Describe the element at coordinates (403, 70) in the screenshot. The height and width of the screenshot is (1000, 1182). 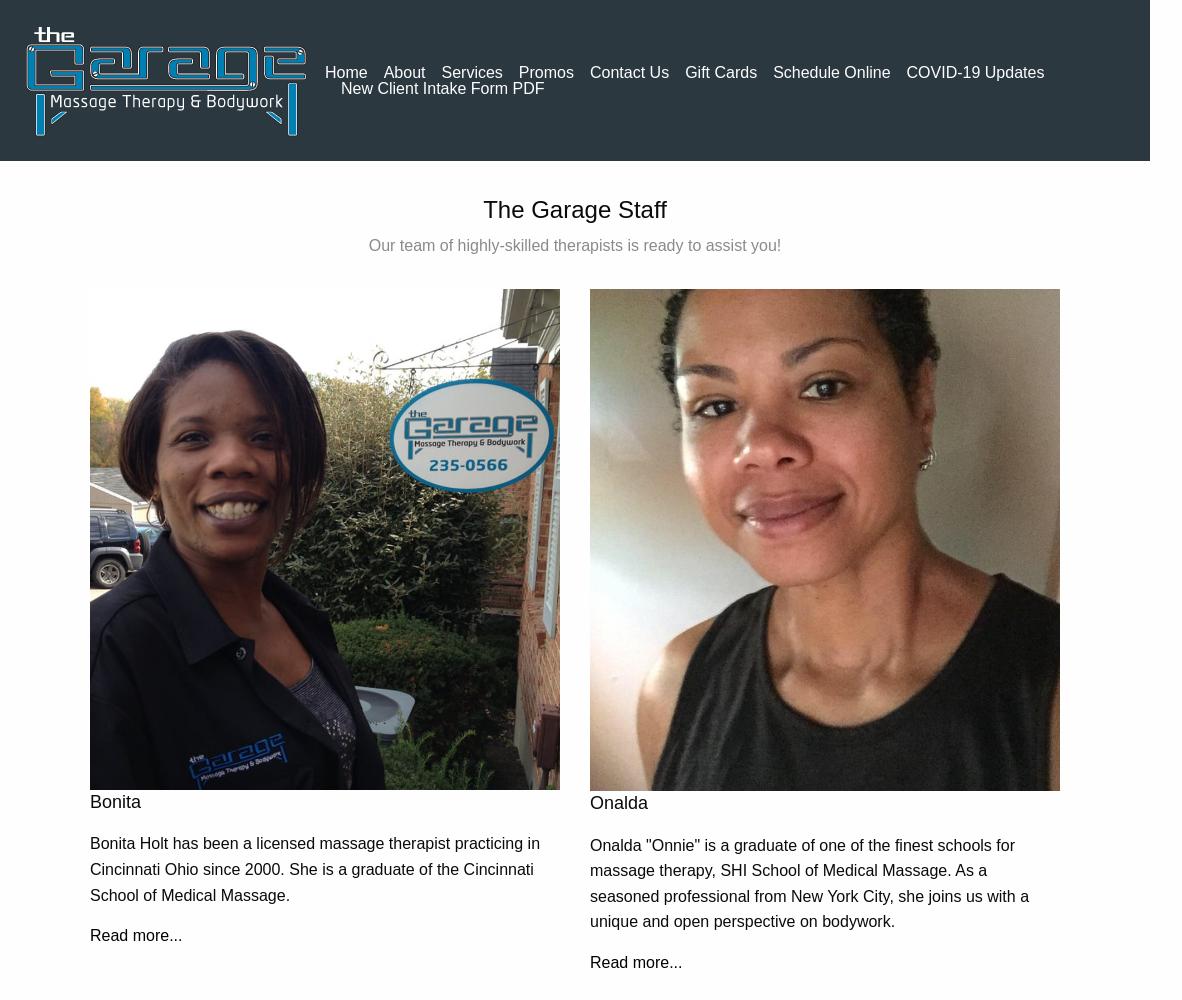
I see `'About'` at that location.